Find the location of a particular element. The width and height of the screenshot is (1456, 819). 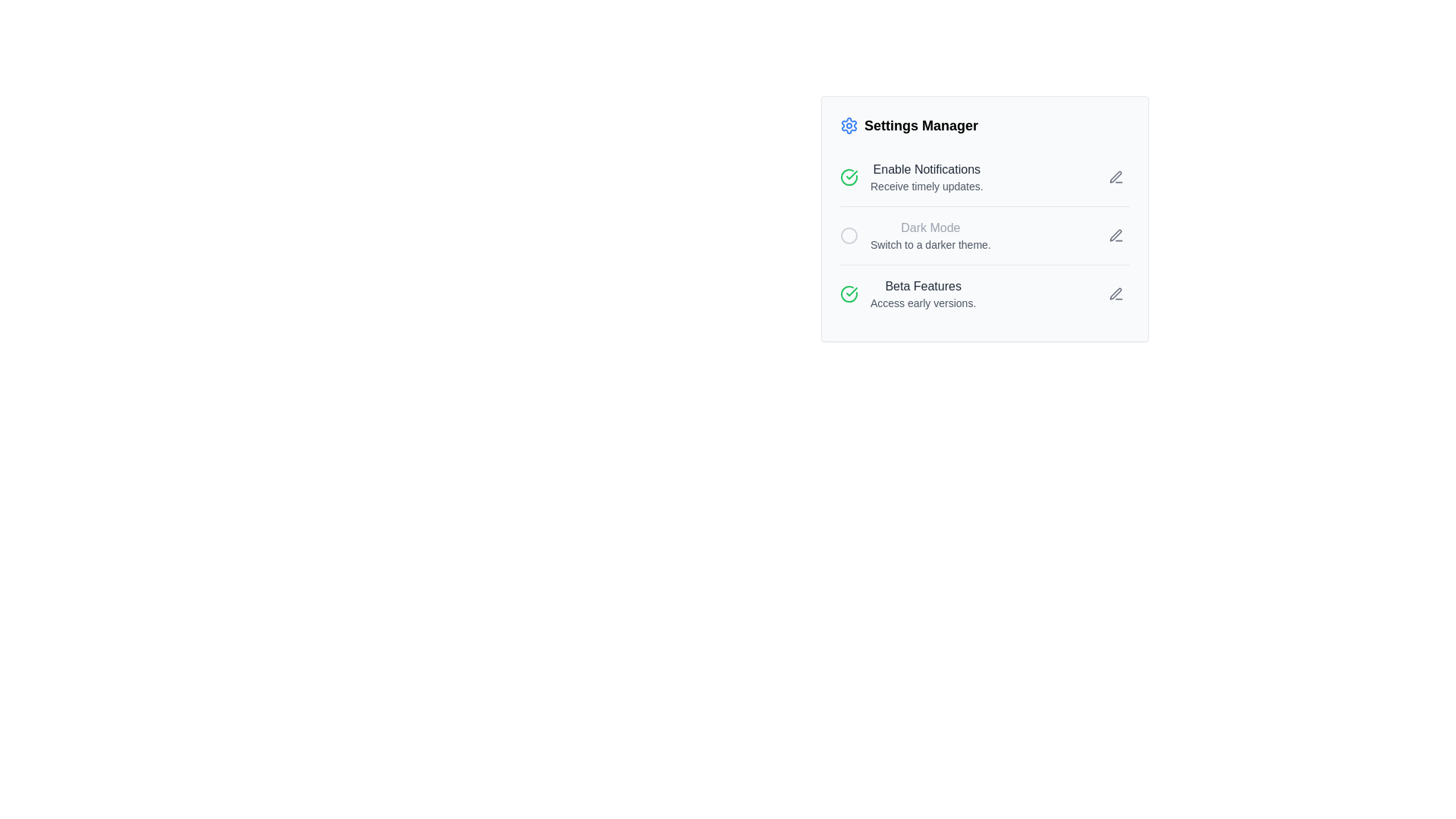

the pen icon button located at the far right side of the 'Enable Notifications' section in the 'Settings Manager' interface is located at coordinates (1116, 177).